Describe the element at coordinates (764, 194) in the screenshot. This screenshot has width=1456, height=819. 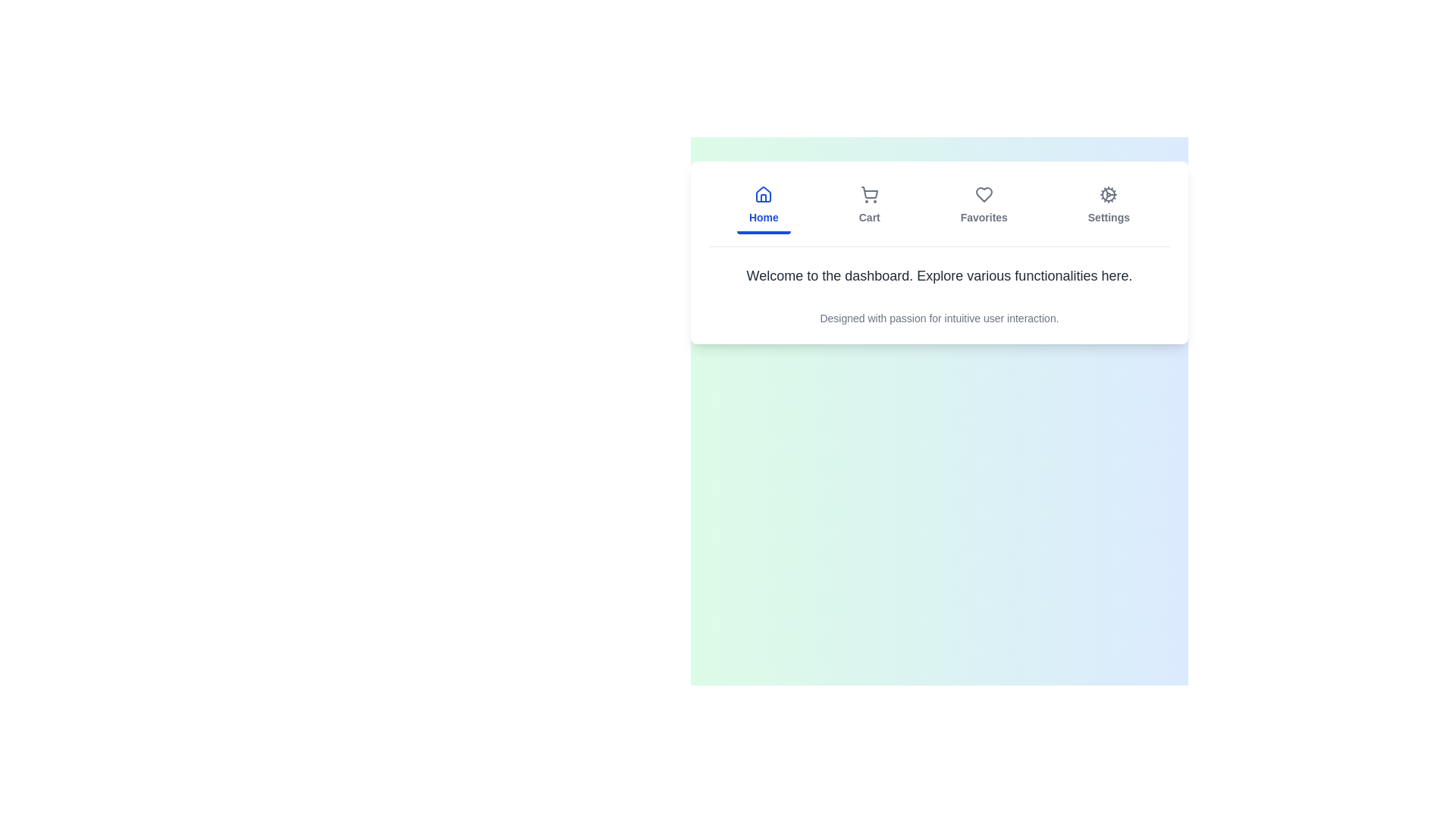
I see `the house-shaped icon with a blue outline located above the 'Home' label in the top-left section of the navigation bar` at that location.